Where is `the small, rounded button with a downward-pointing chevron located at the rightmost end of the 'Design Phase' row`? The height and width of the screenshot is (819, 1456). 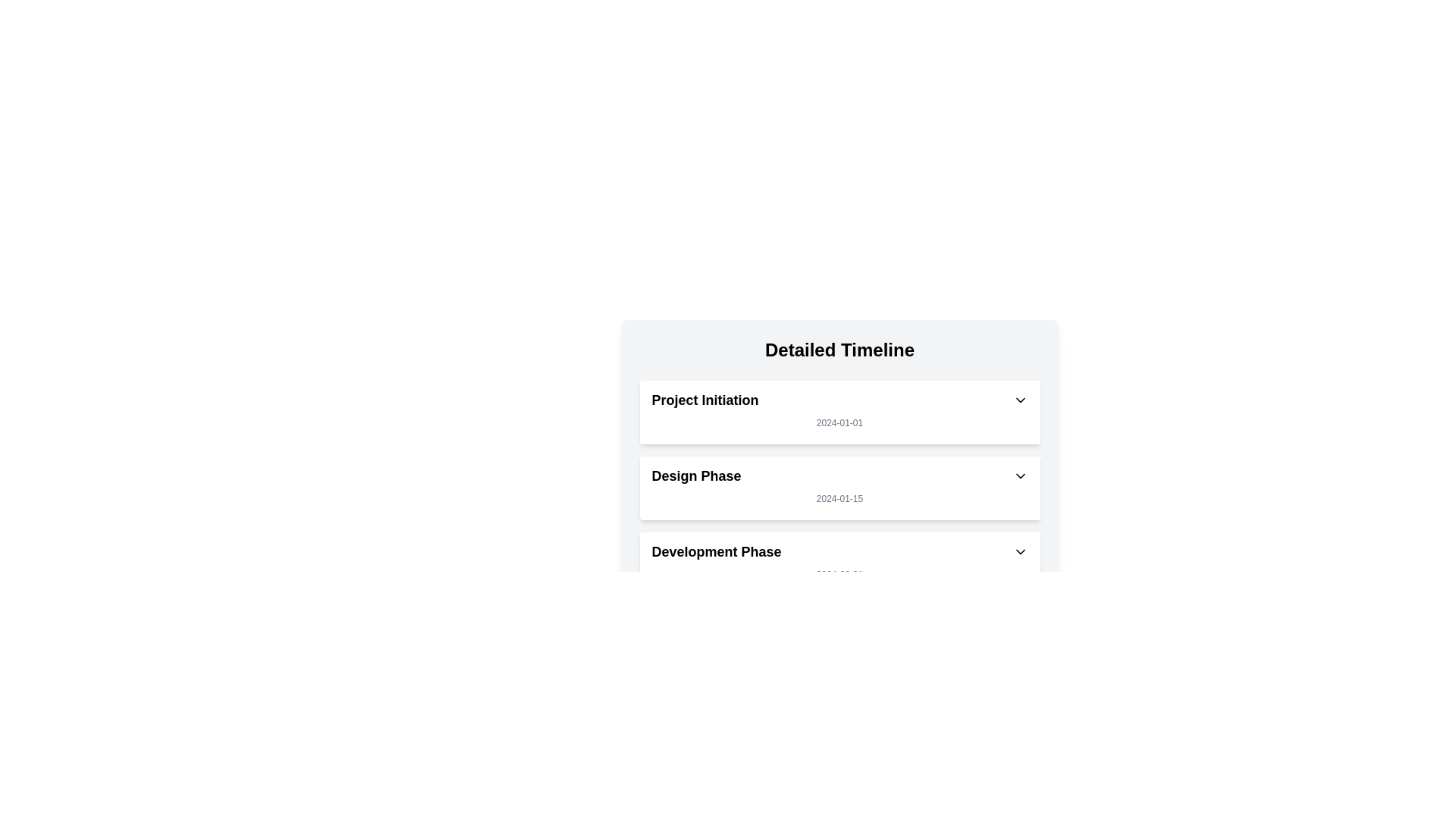
the small, rounded button with a downward-pointing chevron located at the rightmost end of the 'Design Phase' row is located at coordinates (1020, 475).